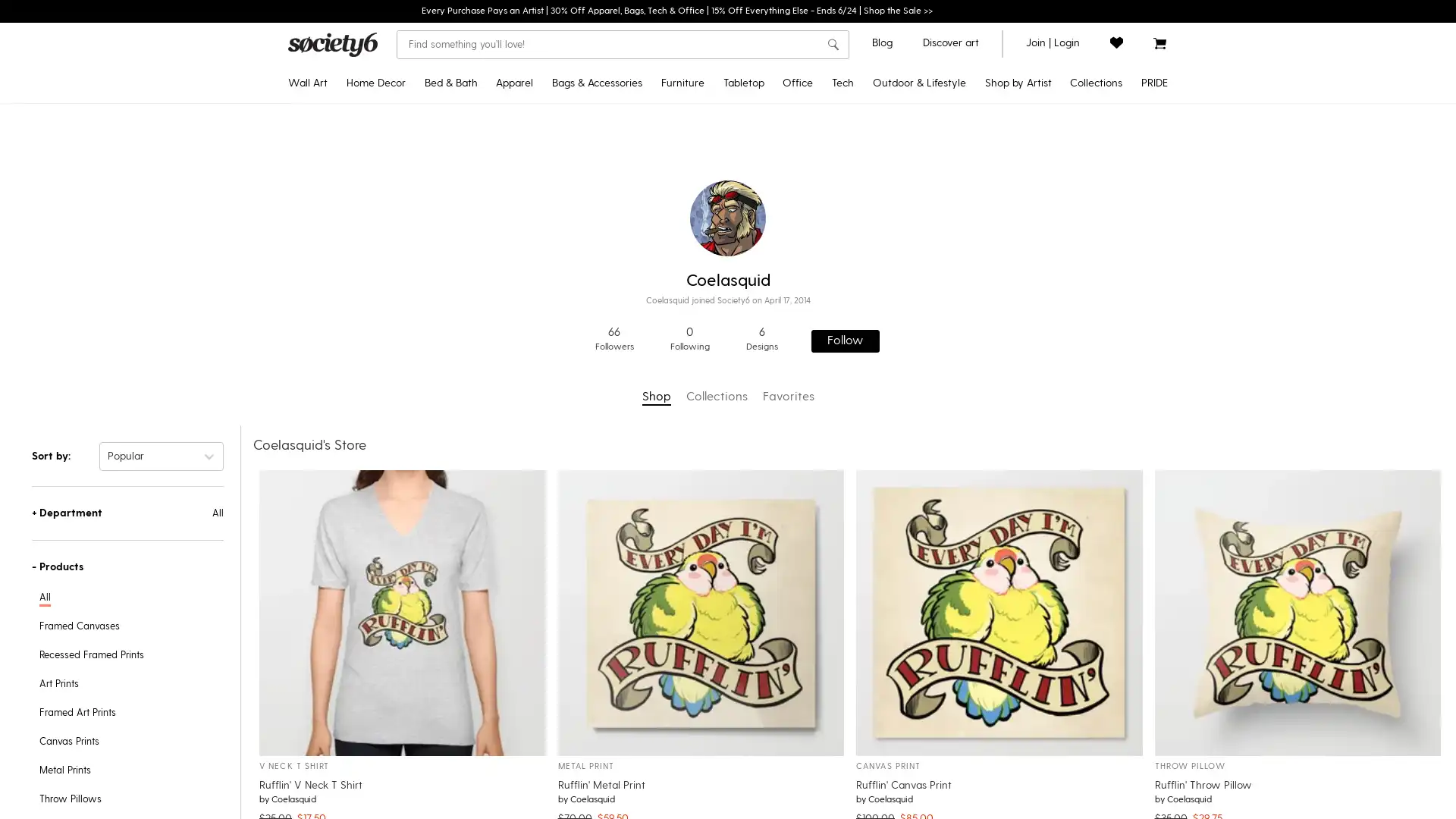 Image resolution: width=1456 pixels, height=819 pixels. What do you see at coordinates (1040, 415) in the screenshot?
I see `Introducing: Tabletop Textiles` at bounding box center [1040, 415].